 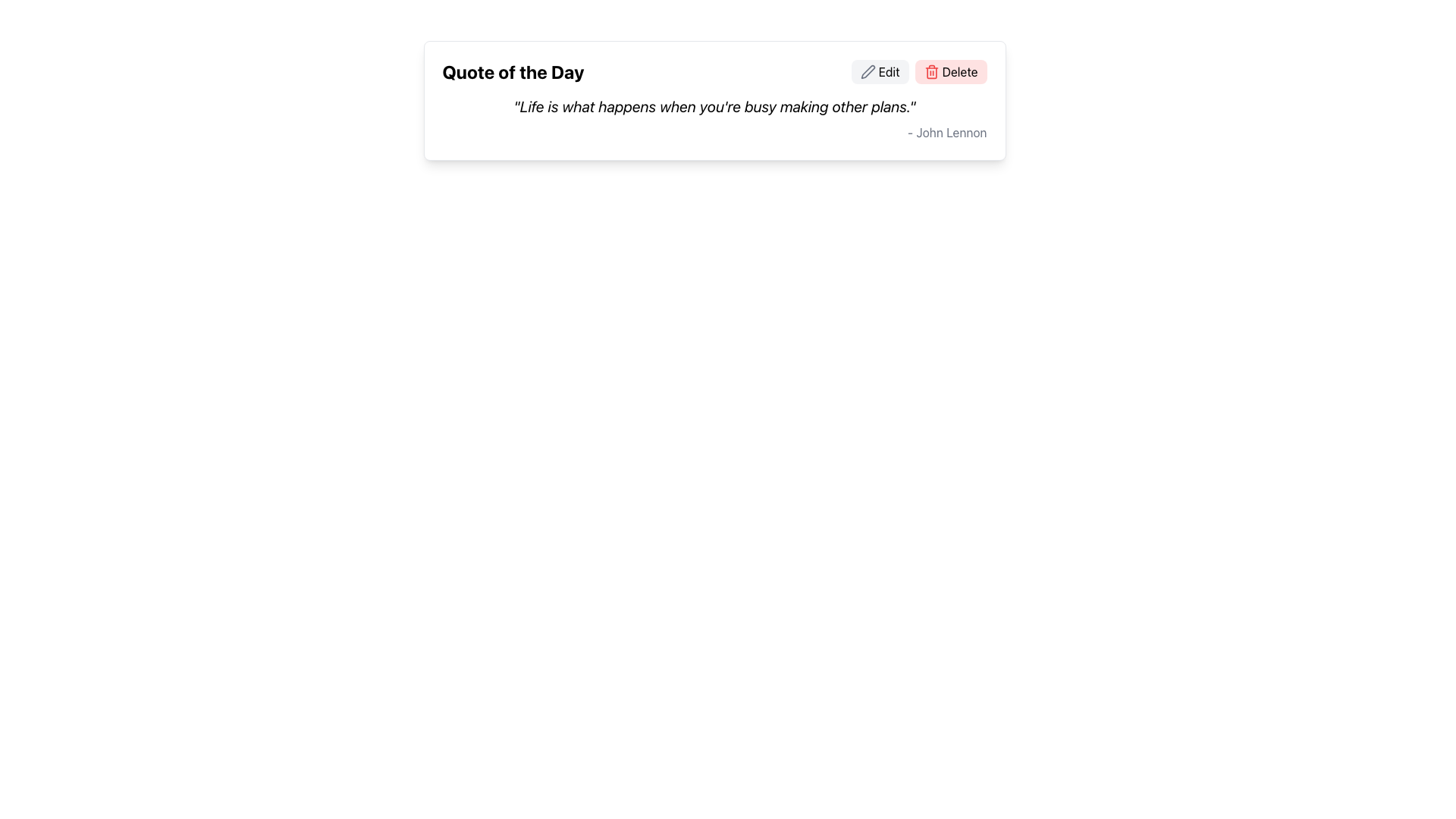 What do you see at coordinates (880, 72) in the screenshot?
I see `the edit button located at the top-right corner of the card component` at bounding box center [880, 72].